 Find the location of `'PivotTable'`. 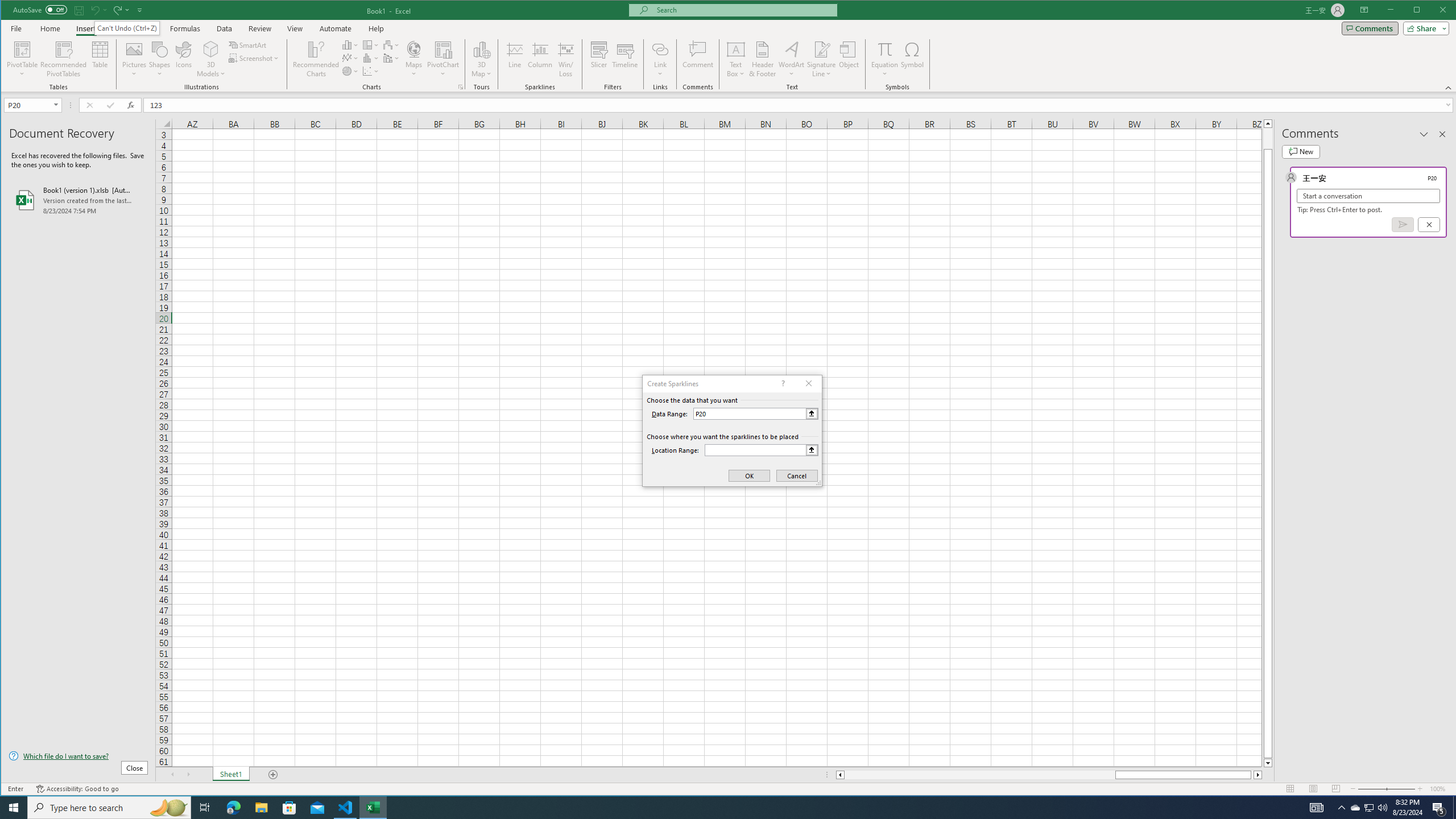

'PivotTable' is located at coordinates (22, 59).